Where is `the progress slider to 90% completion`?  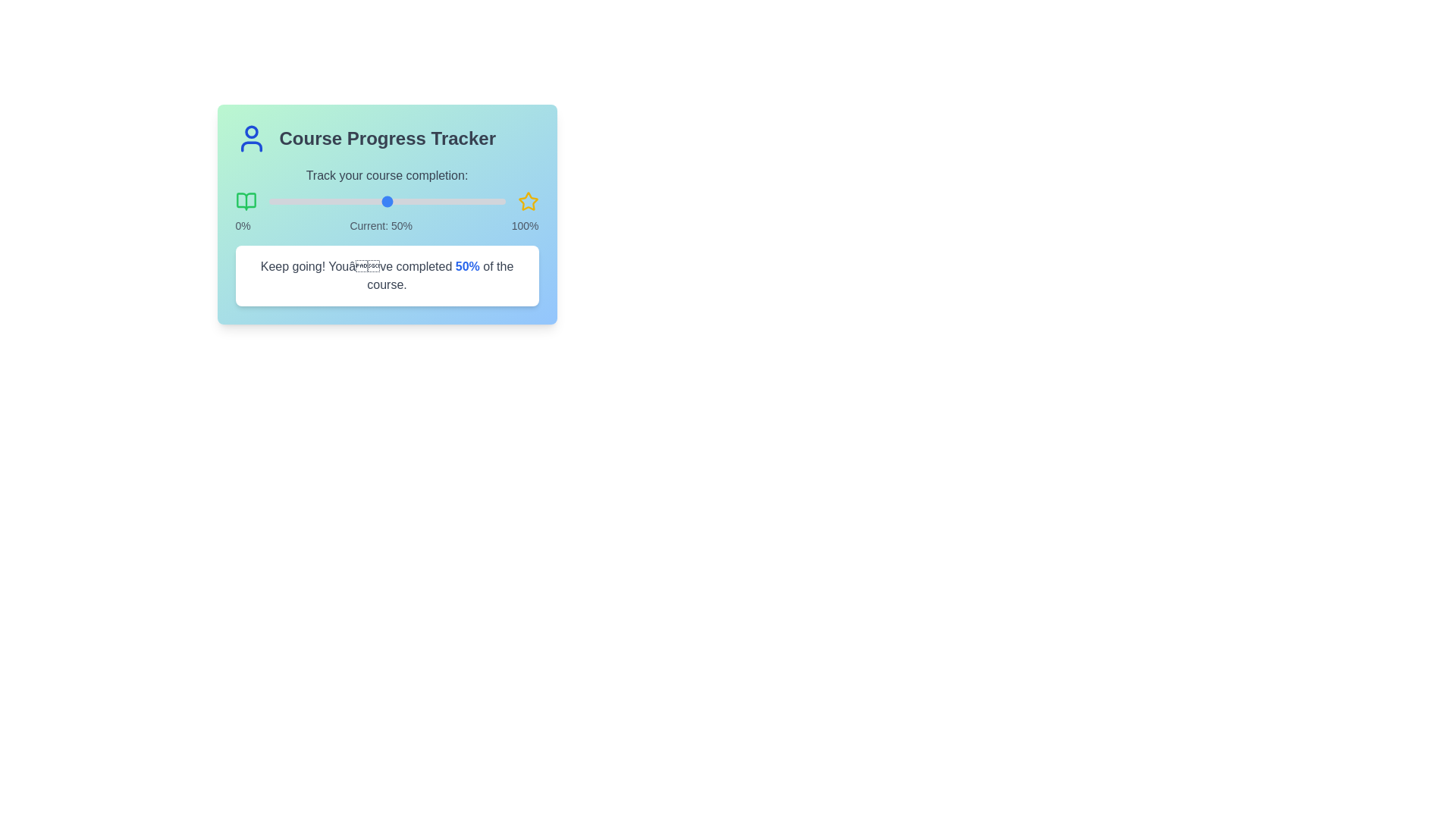 the progress slider to 90% completion is located at coordinates (481, 201).